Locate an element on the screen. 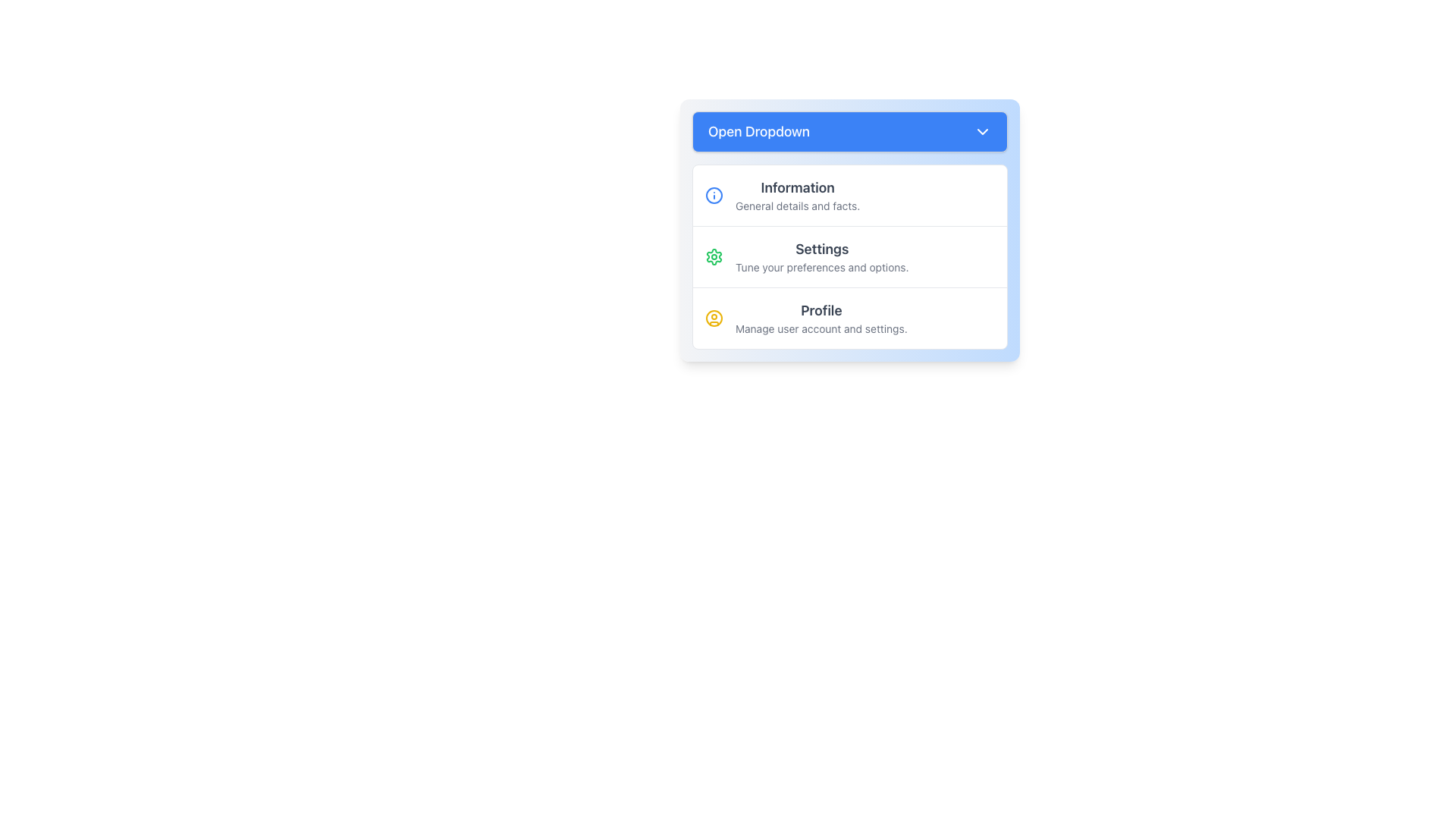  displayed text from the 'Information' textual content block, which includes a bold header and a subtext line, located as the first item in the dropdown menu below 'Open Dropdown' is located at coordinates (797, 195).